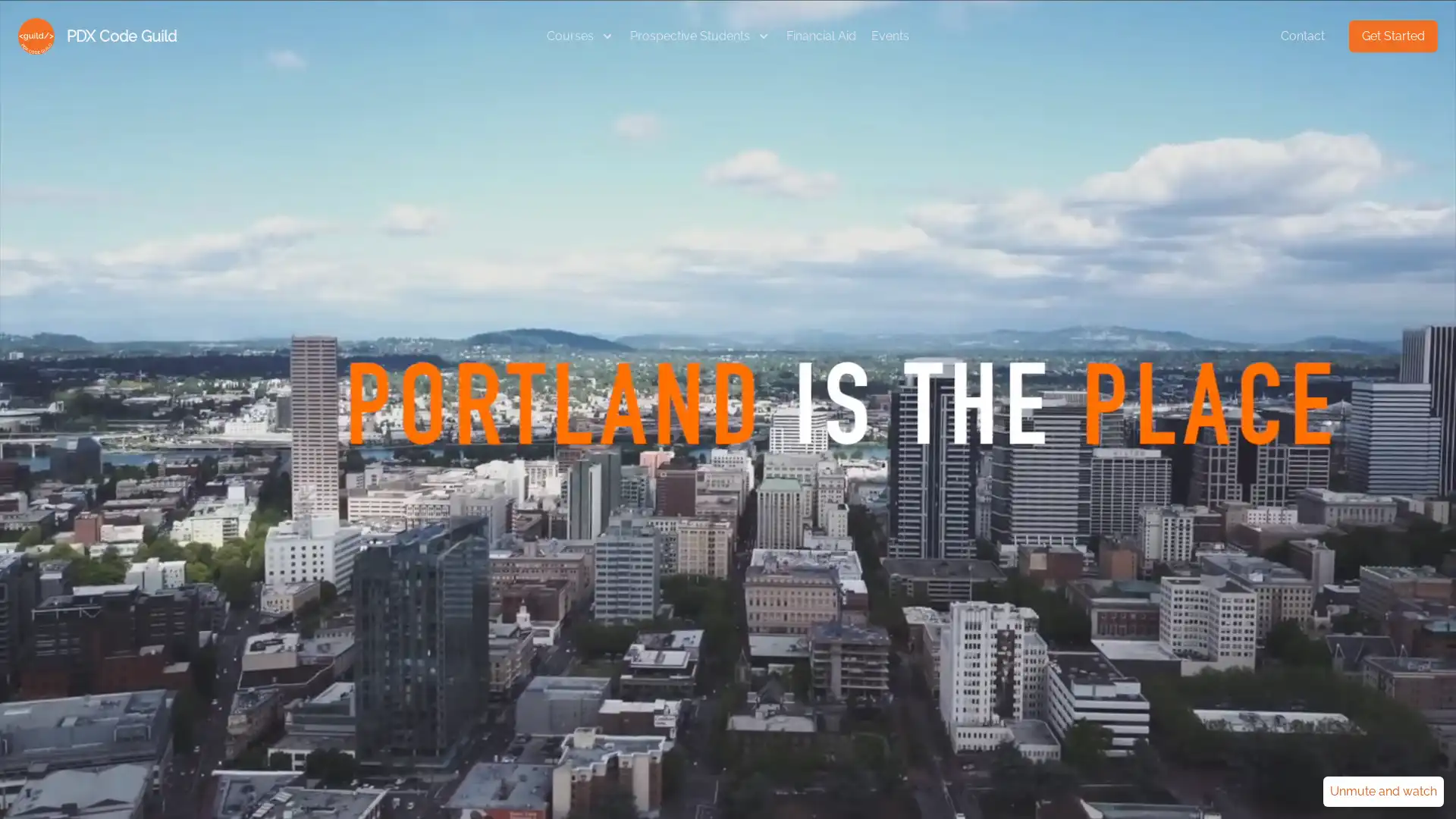 The height and width of the screenshot is (819, 1456). I want to click on Prospective Students, so click(699, 35).